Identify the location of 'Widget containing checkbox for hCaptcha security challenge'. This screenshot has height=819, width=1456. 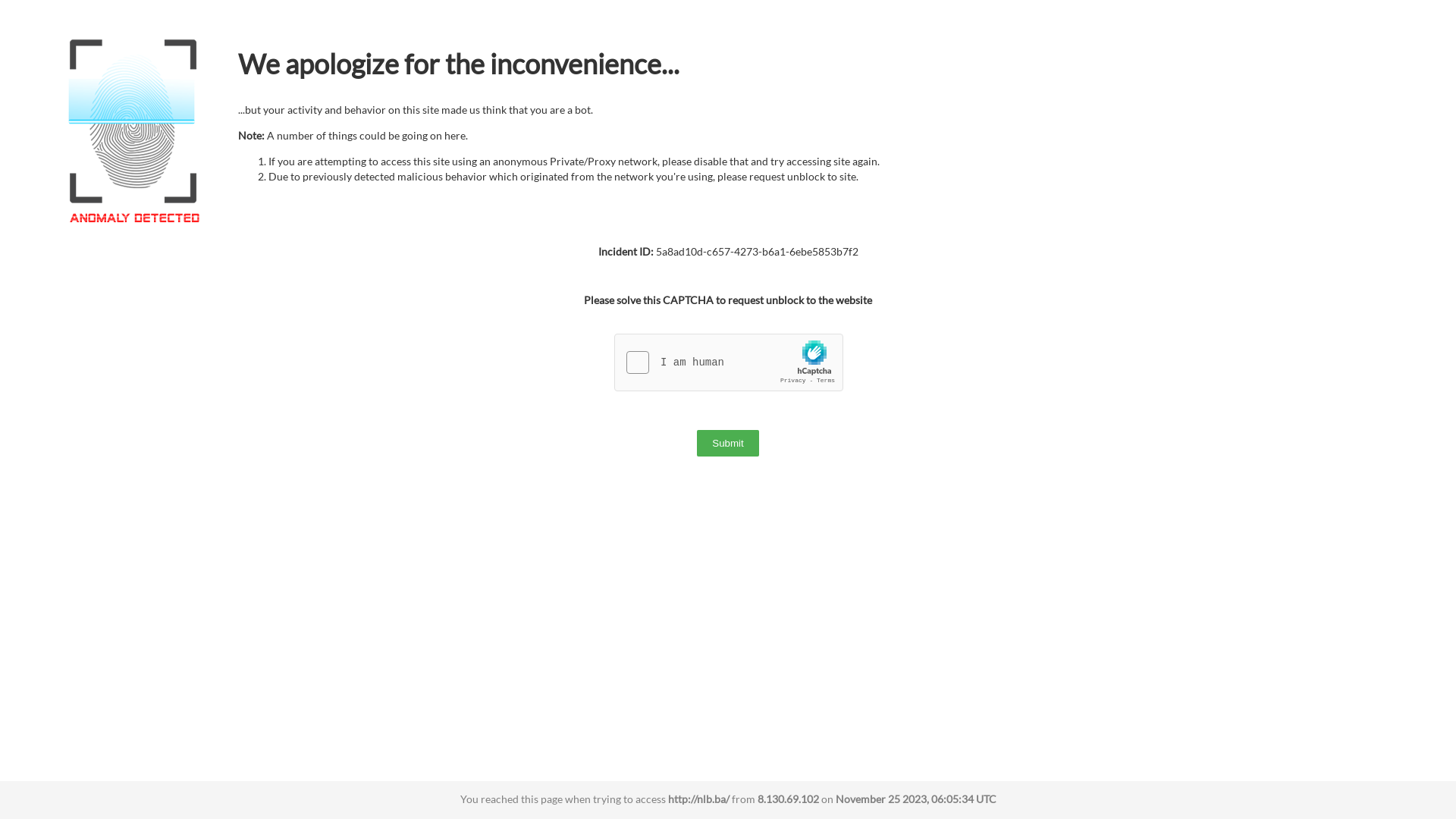
(729, 362).